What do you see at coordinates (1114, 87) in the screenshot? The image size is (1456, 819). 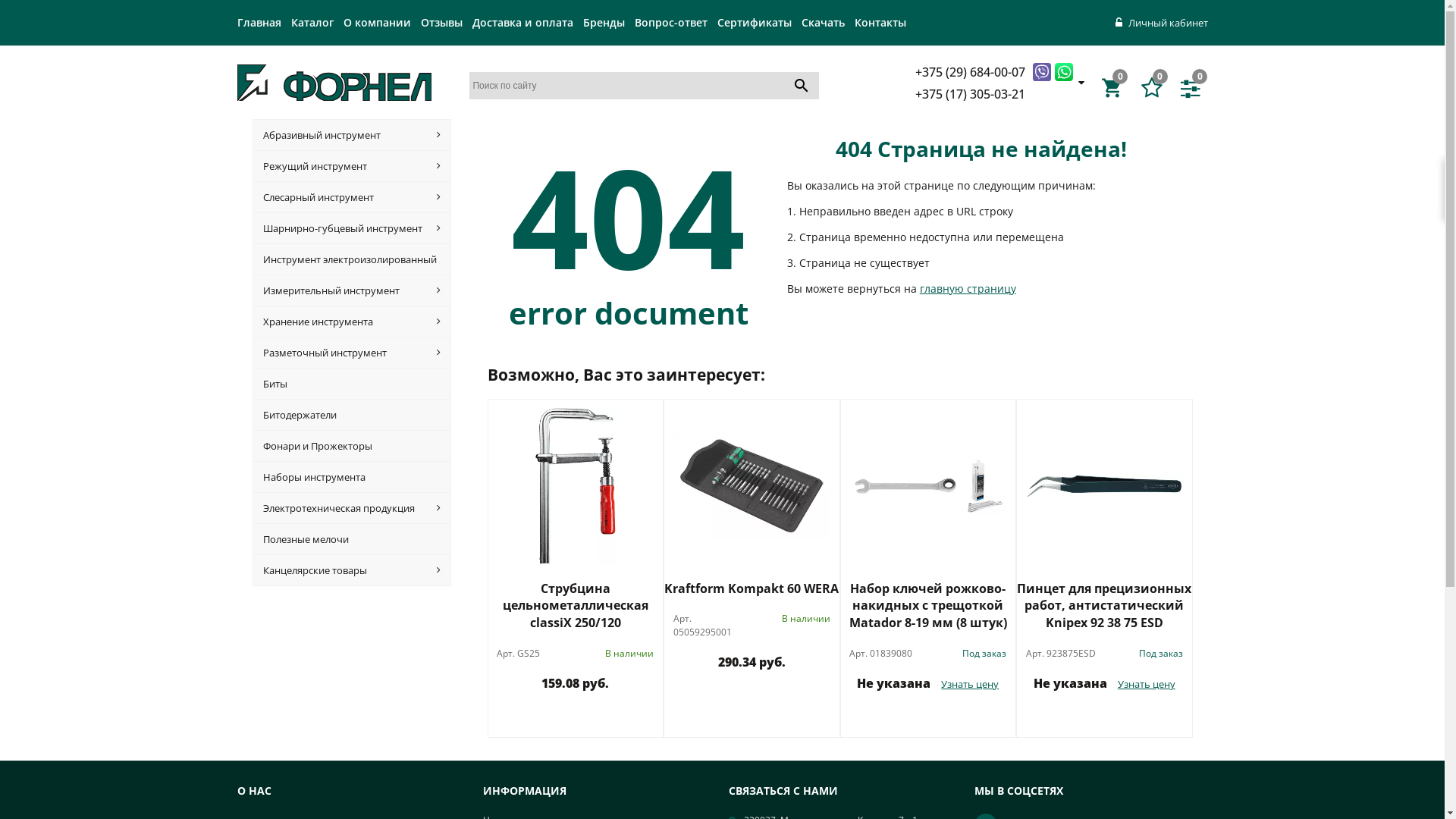 I see `'local_grocery_store` at bounding box center [1114, 87].